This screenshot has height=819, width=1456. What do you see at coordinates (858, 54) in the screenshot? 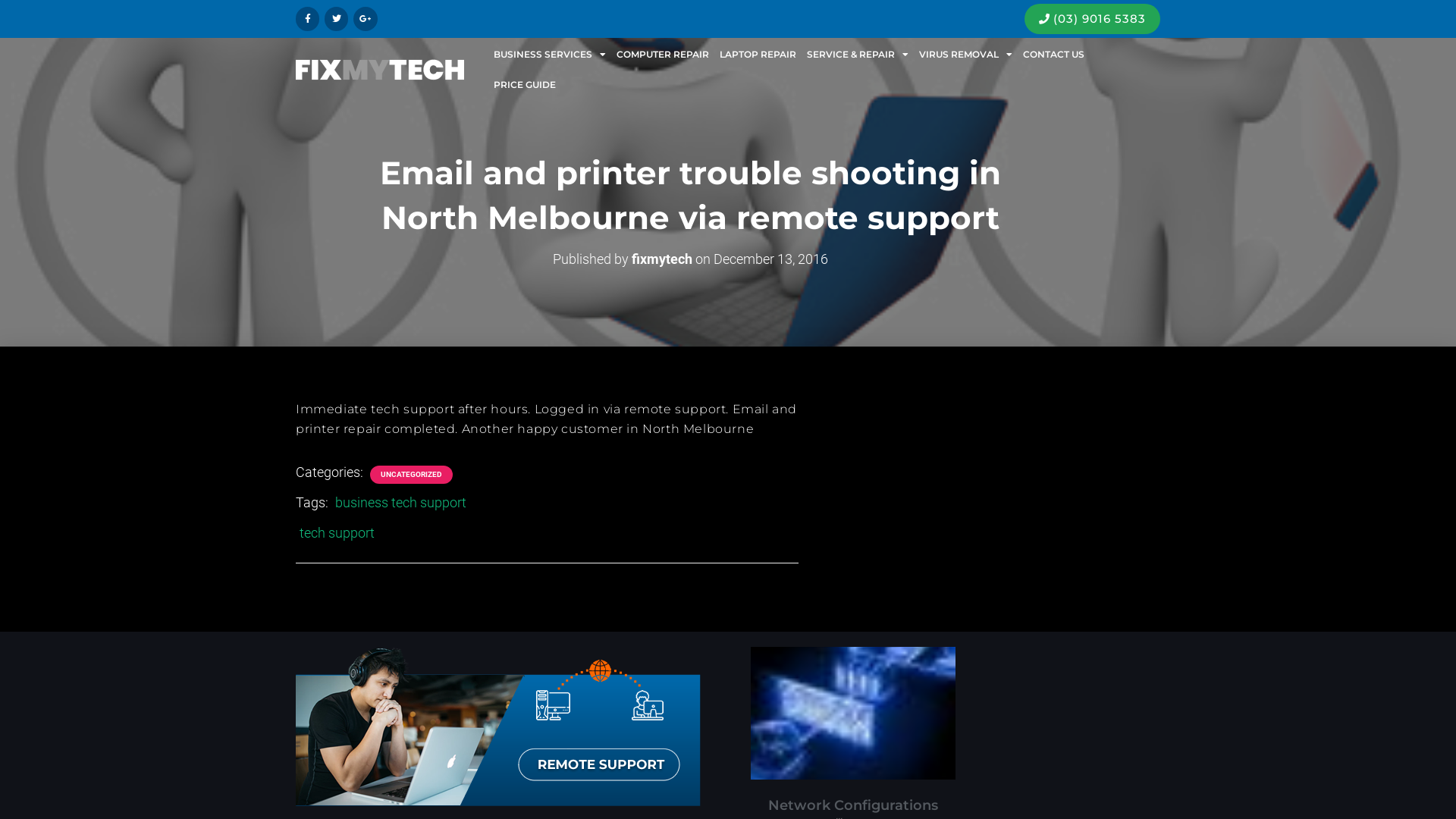
I see `'SERVICE & REPAIR'` at bounding box center [858, 54].